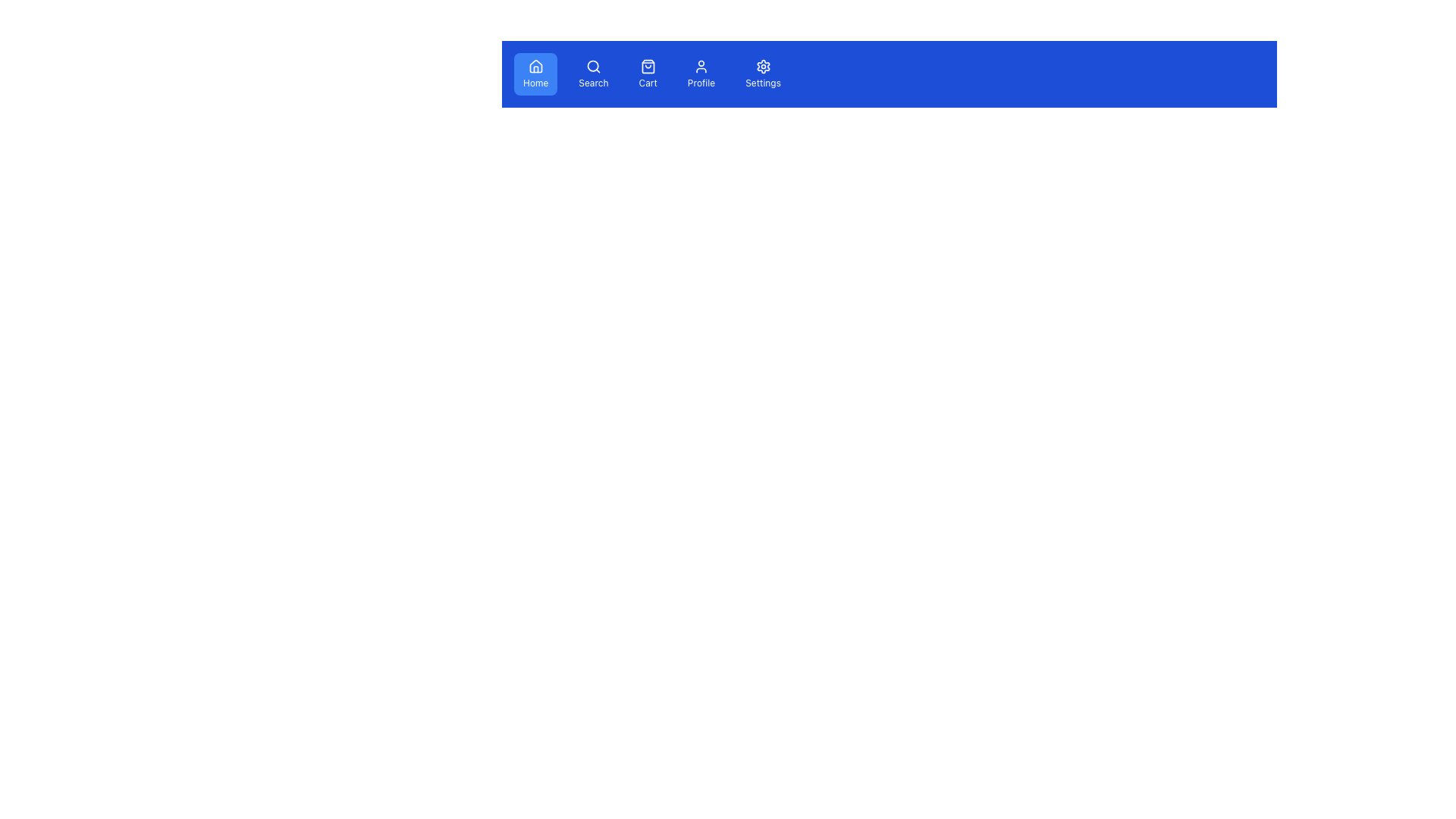  Describe the element at coordinates (535, 83) in the screenshot. I see `the 'Home' text label located within the first button of the horizontal navigation menu, which indicates the purpose of the associated button` at that location.